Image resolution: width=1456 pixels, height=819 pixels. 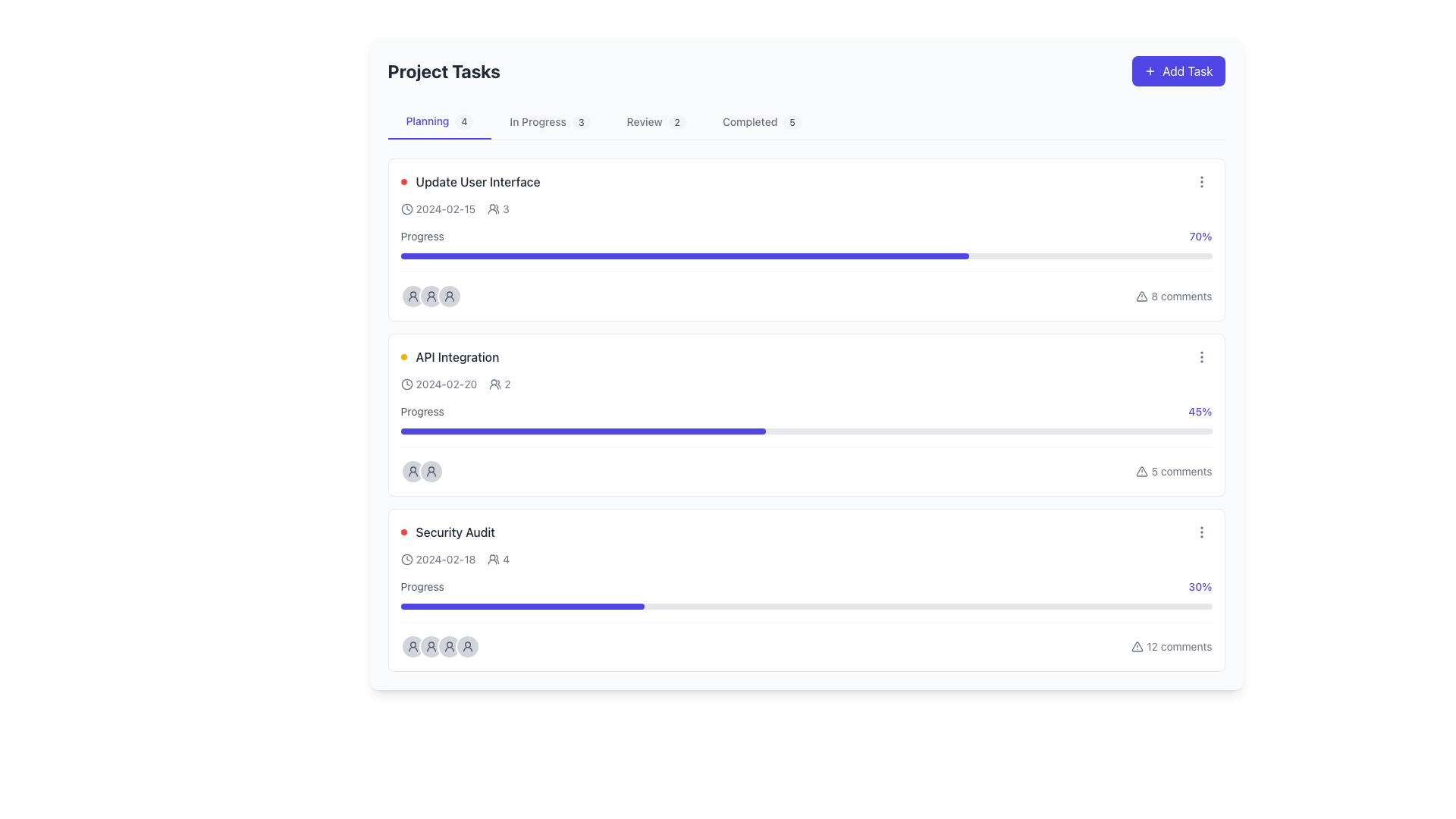 I want to click on the first user avatar in the group of three avatars located just below the 'Progress' bar of the 'Update User Interface' task card in the 'Project Tasks' interface, so click(x=413, y=296).